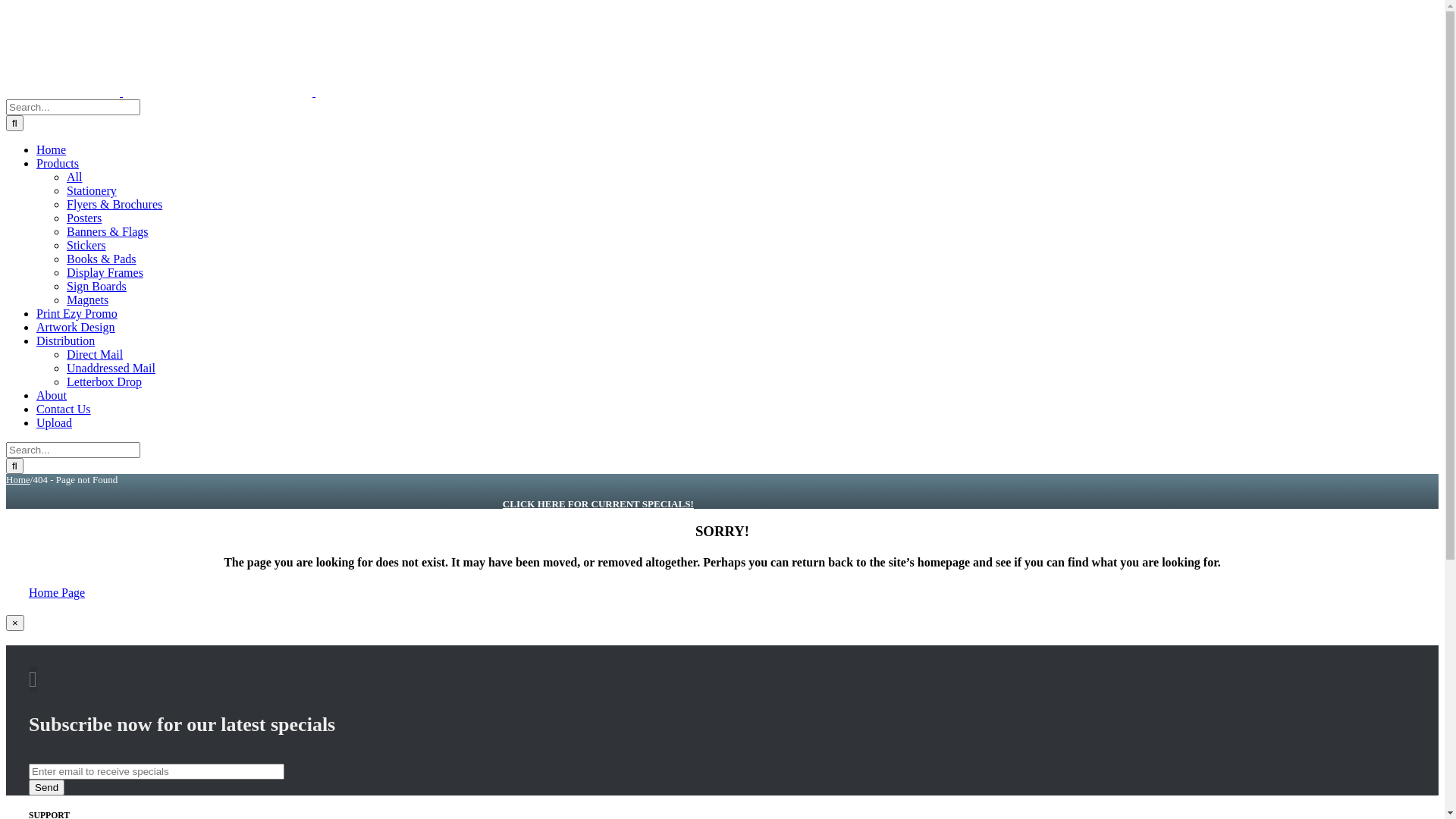  Describe the element at coordinates (101, 258) in the screenshot. I see `'Books & Pads'` at that location.